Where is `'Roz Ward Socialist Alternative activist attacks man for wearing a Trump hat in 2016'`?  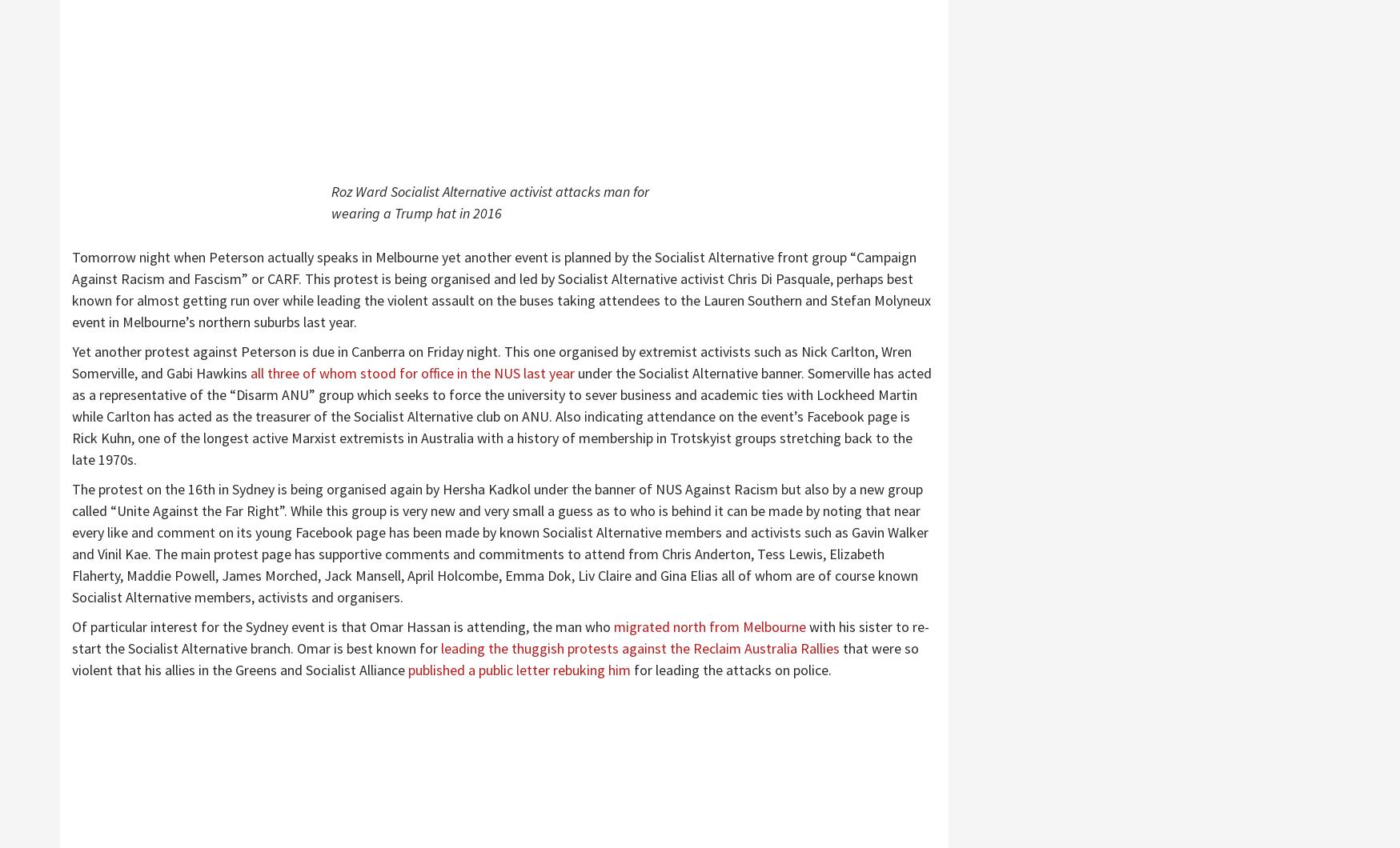 'Roz Ward Socialist Alternative activist attacks man for wearing a Trump hat in 2016' is located at coordinates (489, 202).